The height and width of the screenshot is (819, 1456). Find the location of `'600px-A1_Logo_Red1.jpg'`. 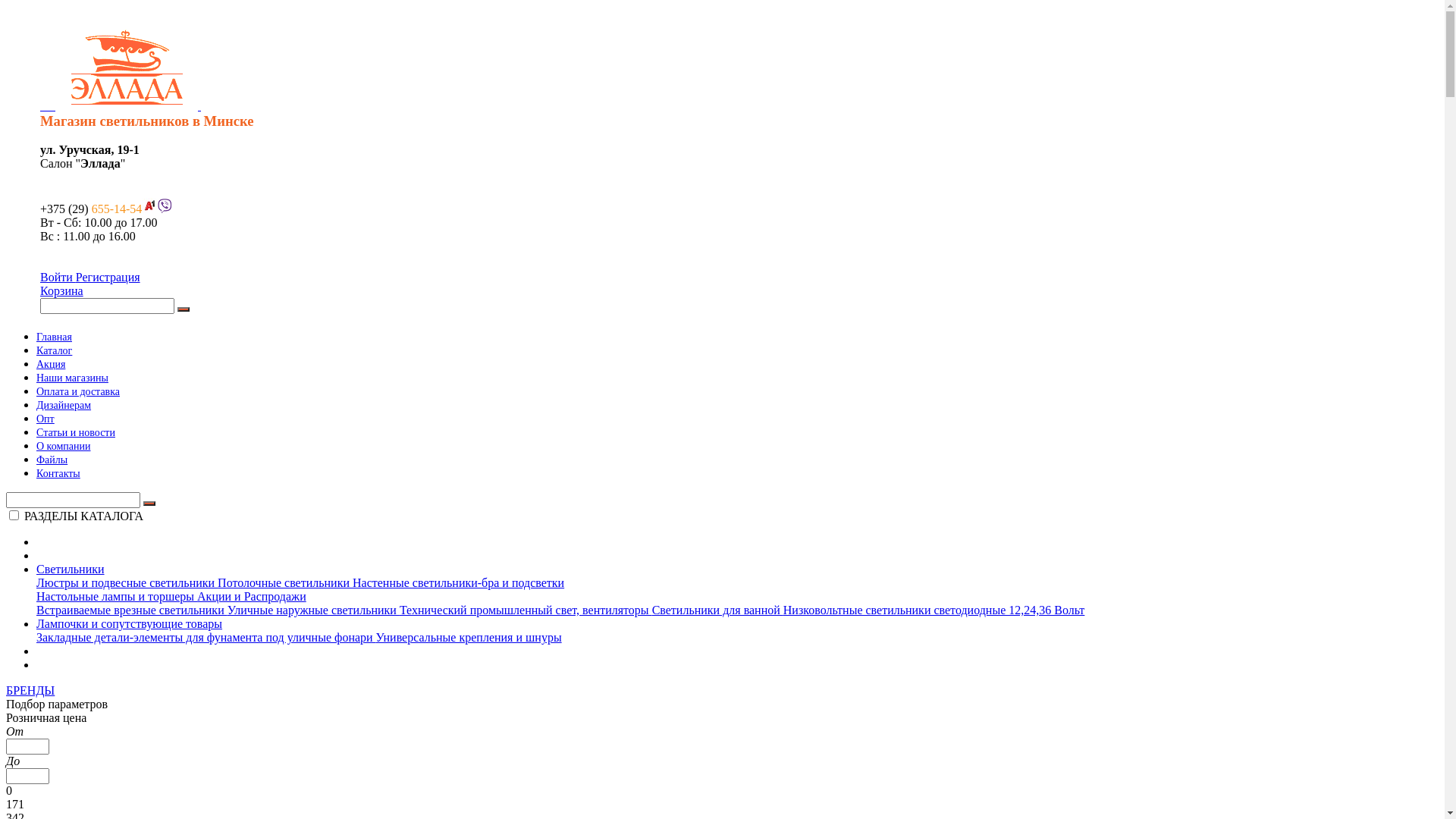

'600px-A1_Logo_Red1.jpg' is located at coordinates (149, 205).